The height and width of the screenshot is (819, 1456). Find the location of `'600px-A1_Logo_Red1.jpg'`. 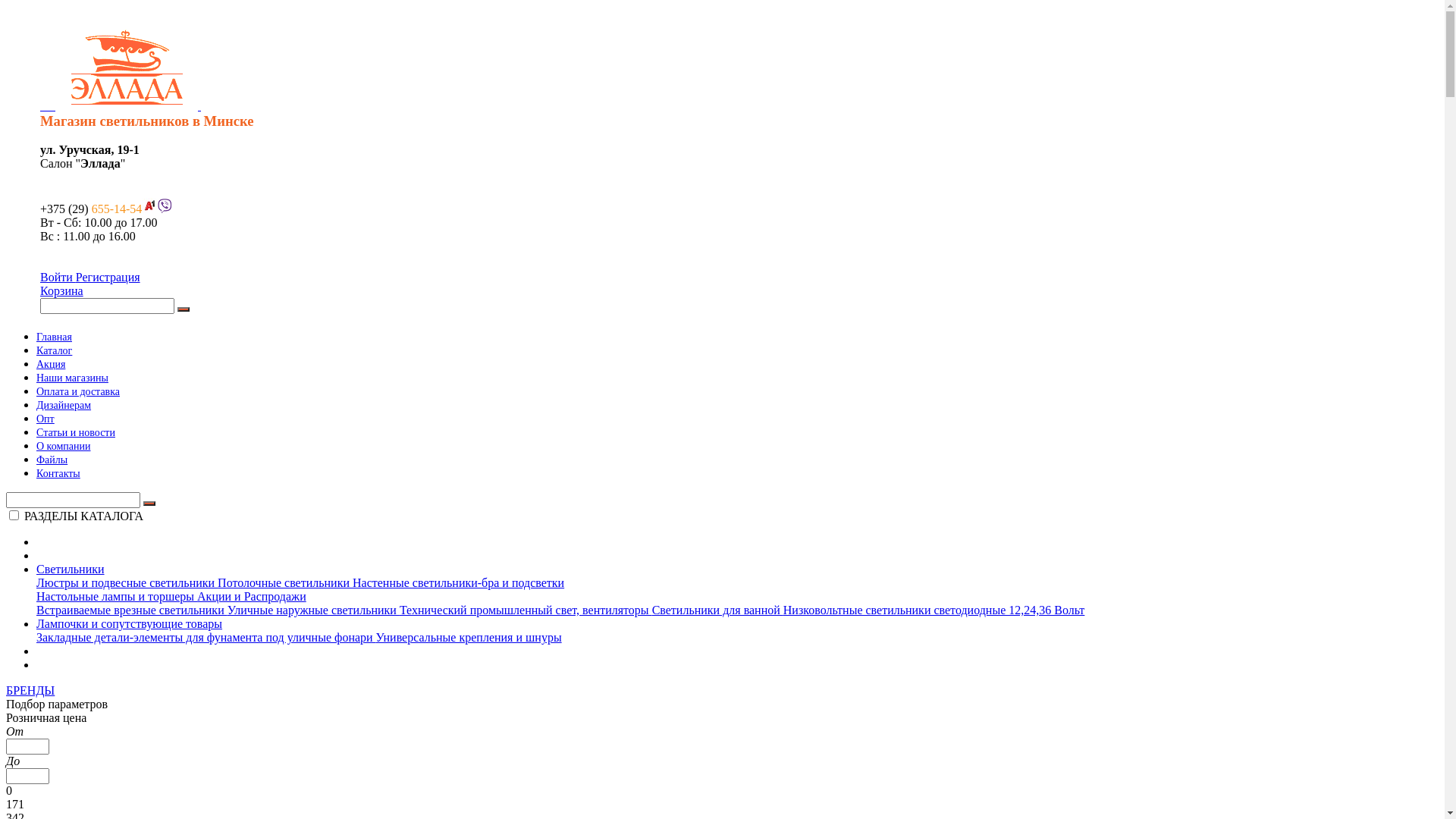

'600px-A1_Logo_Red1.jpg' is located at coordinates (149, 205).